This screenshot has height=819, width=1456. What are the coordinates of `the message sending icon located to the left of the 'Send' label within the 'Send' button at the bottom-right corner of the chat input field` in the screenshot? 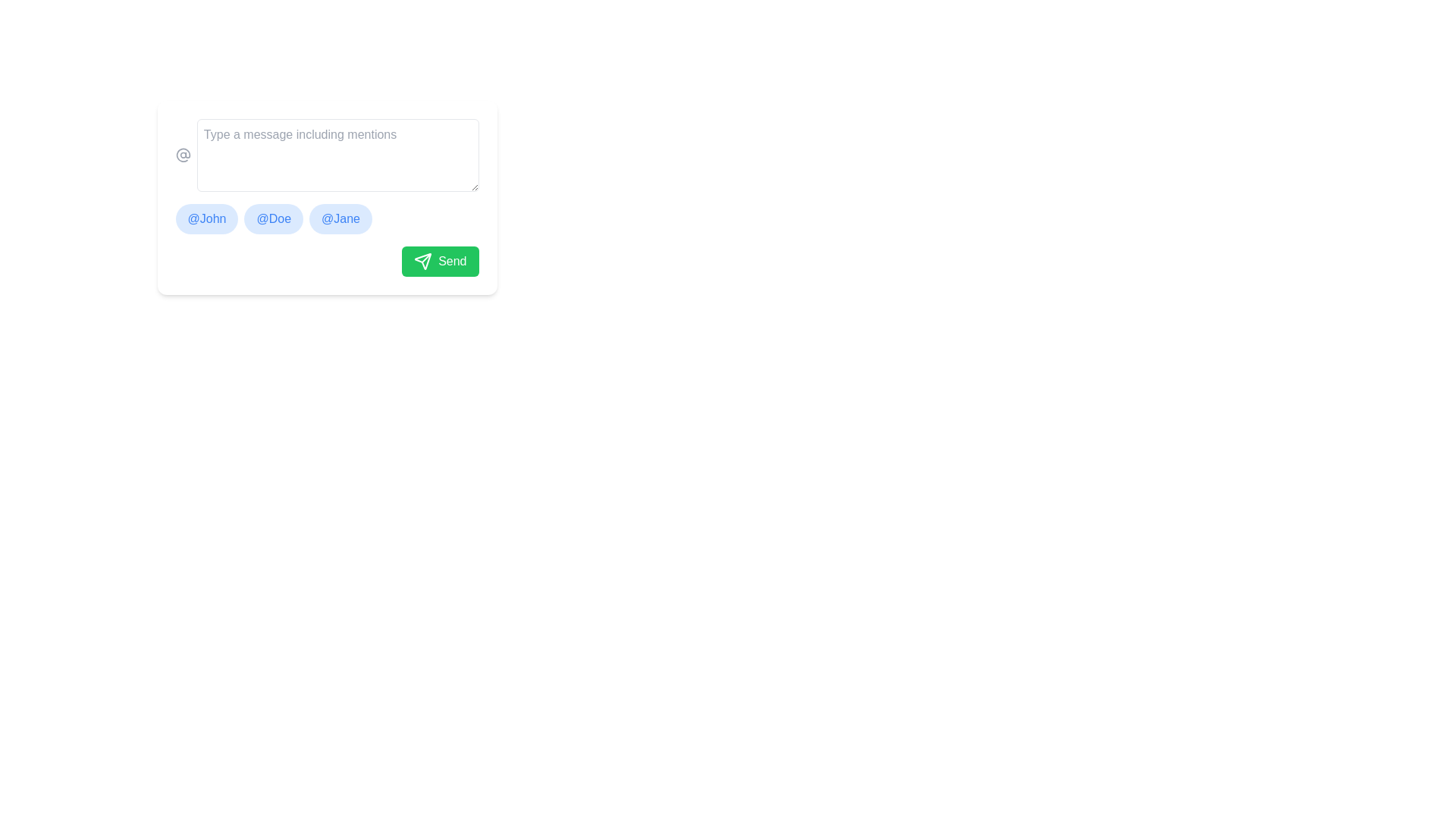 It's located at (423, 260).